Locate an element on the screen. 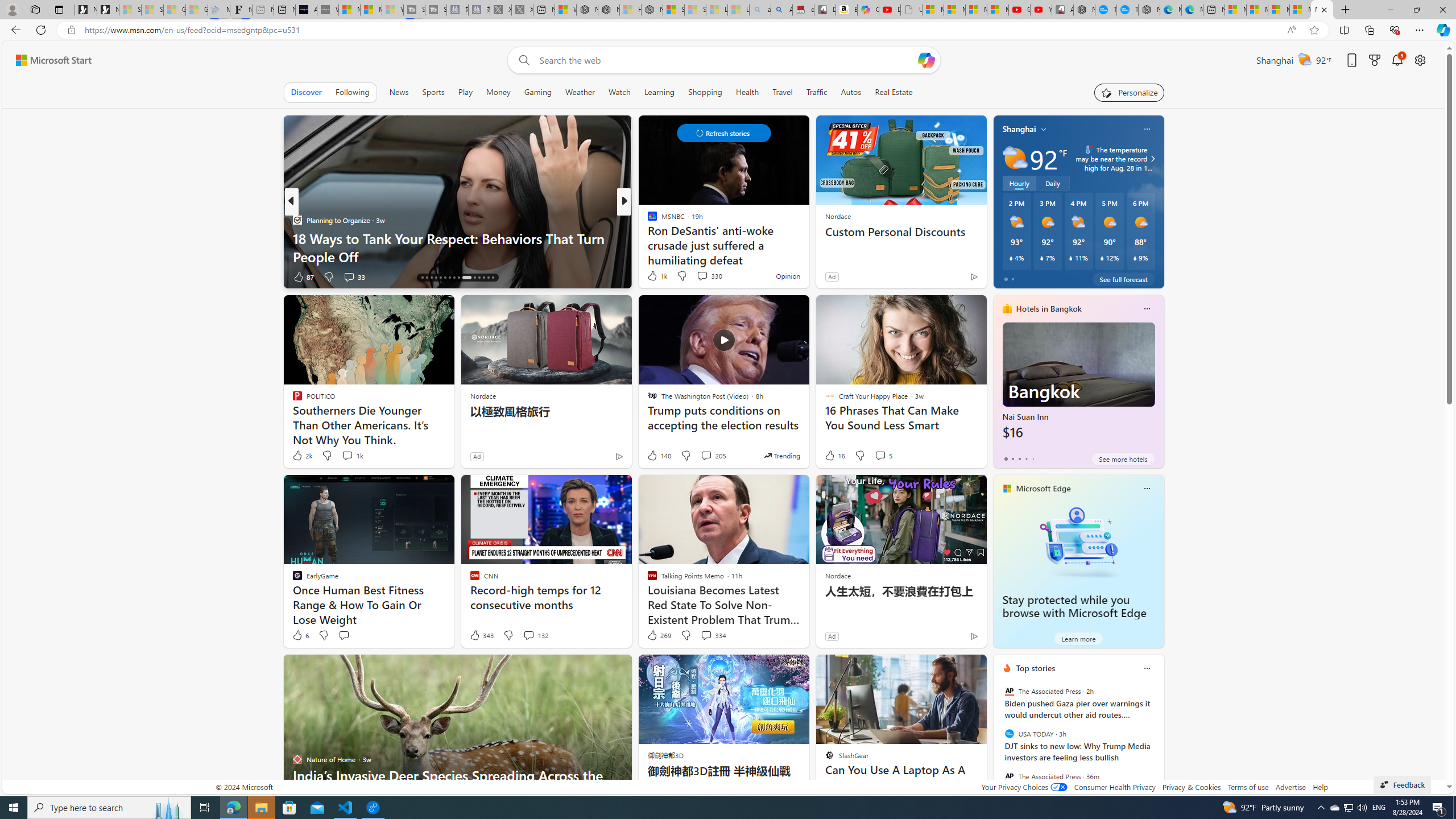 The height and width of the screenshot is (819, 1456). 'AutomationID: tab-25' is located at coordinates (466, 277).